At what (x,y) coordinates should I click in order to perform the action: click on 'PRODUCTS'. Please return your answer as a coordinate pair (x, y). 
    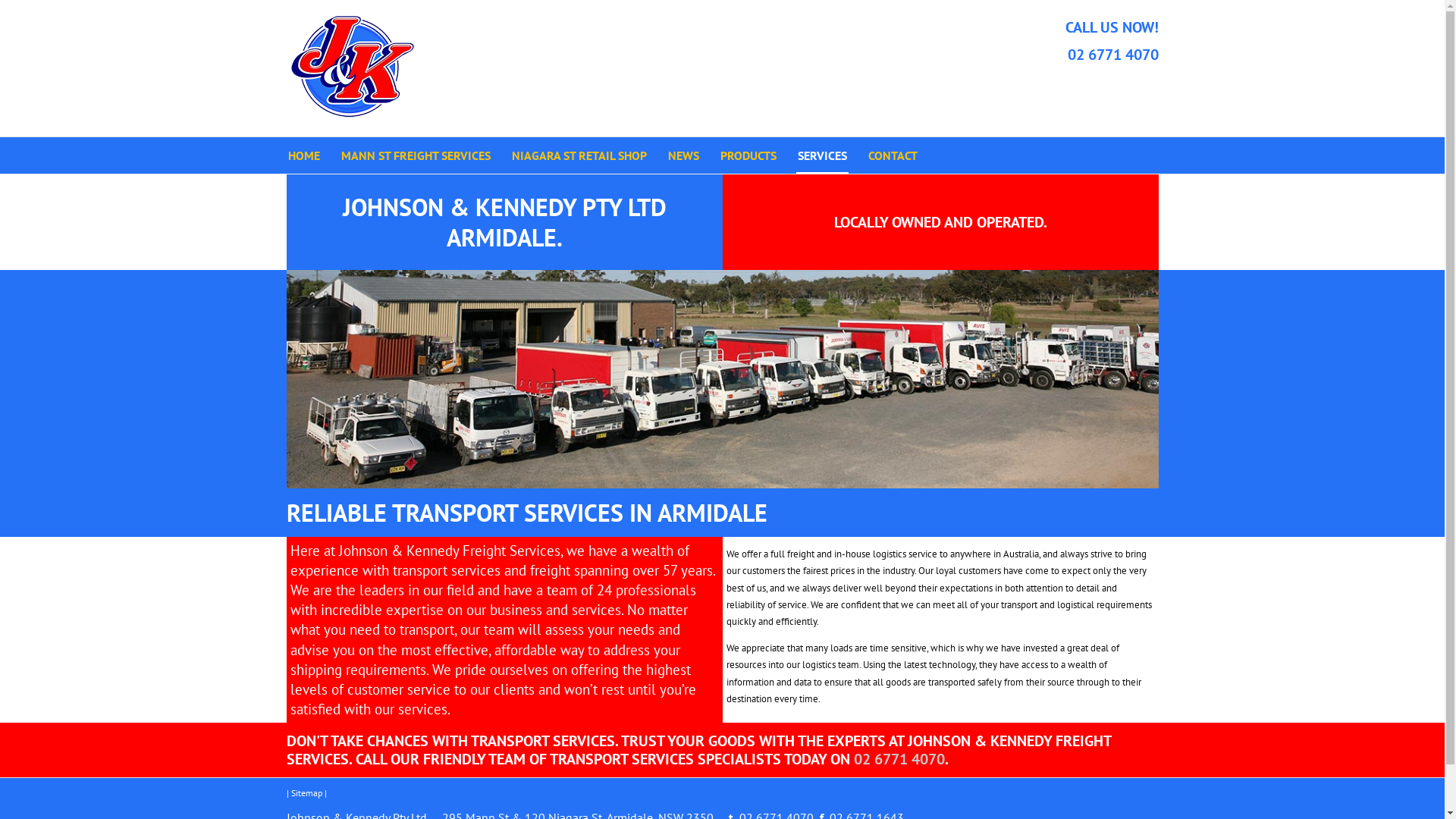
    Looking at the image, I should click on (748, 155).